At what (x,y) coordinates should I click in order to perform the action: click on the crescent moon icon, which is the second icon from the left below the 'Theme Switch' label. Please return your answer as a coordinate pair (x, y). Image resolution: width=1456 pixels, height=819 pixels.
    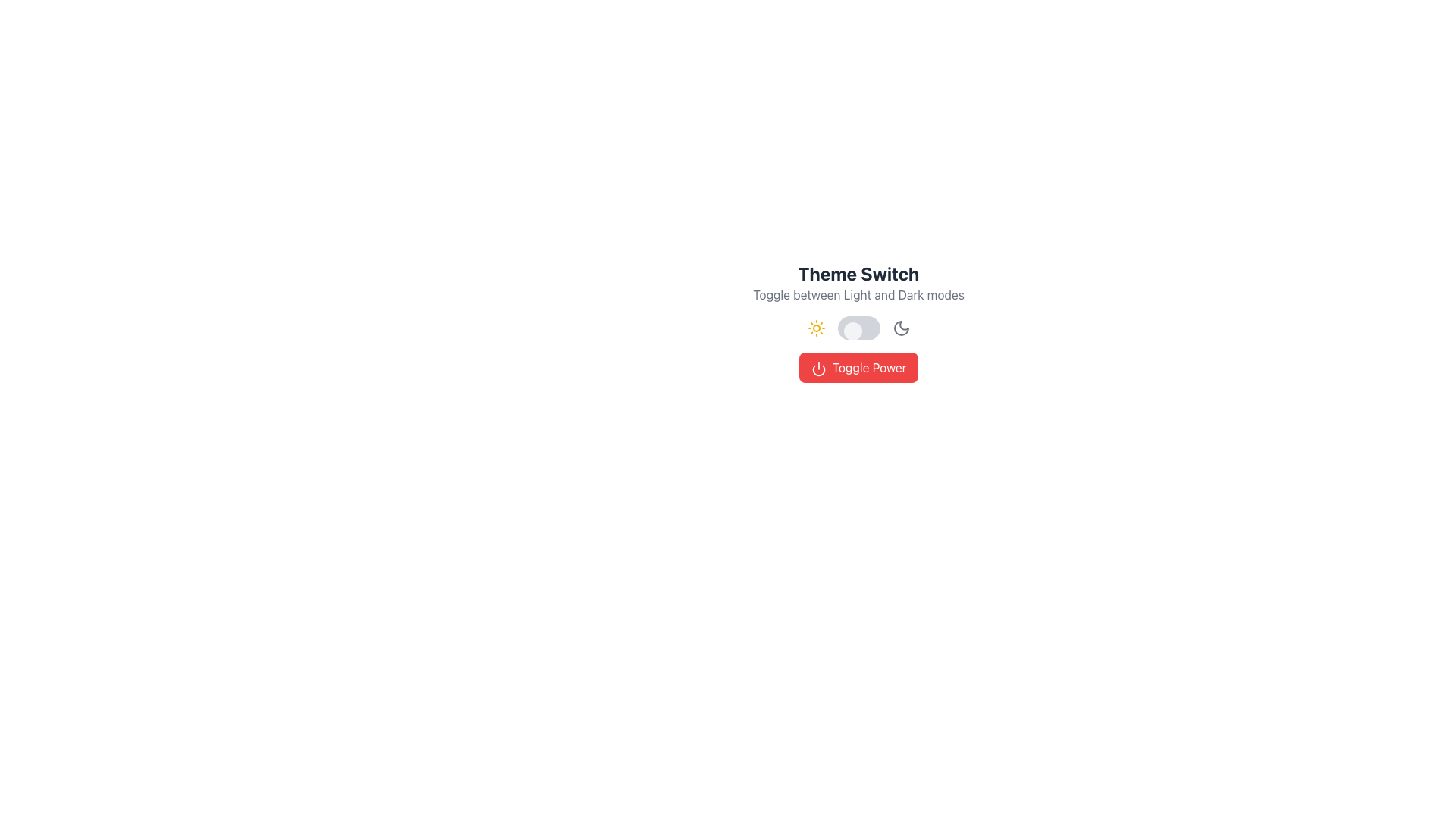
    Looking at the image, I should click on (901, 327).